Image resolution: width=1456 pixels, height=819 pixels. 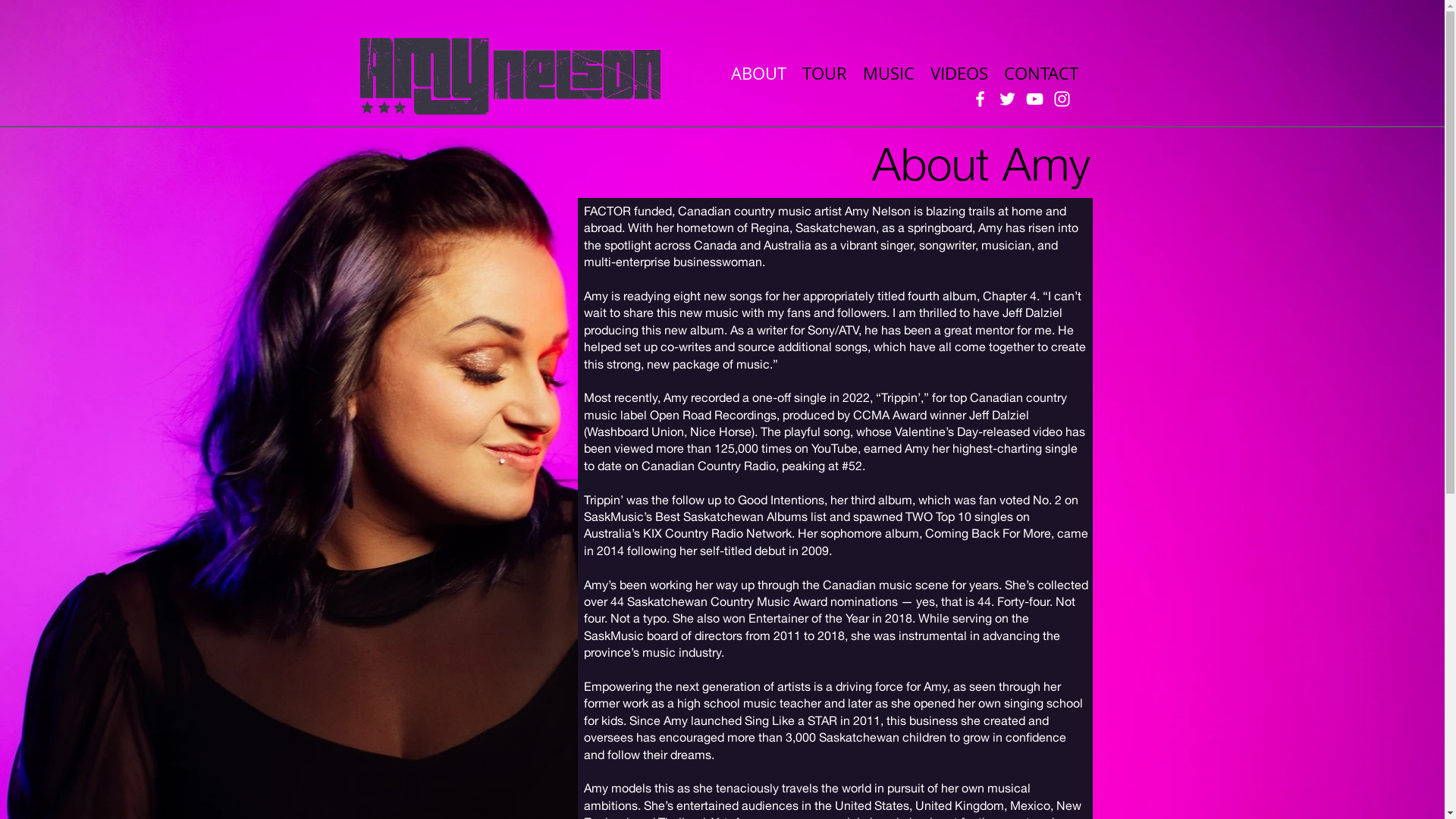 What do you see at coordinates (996, 72) in the screenshot?
I see `'CONTACT'` at bounding box center [996, 72].